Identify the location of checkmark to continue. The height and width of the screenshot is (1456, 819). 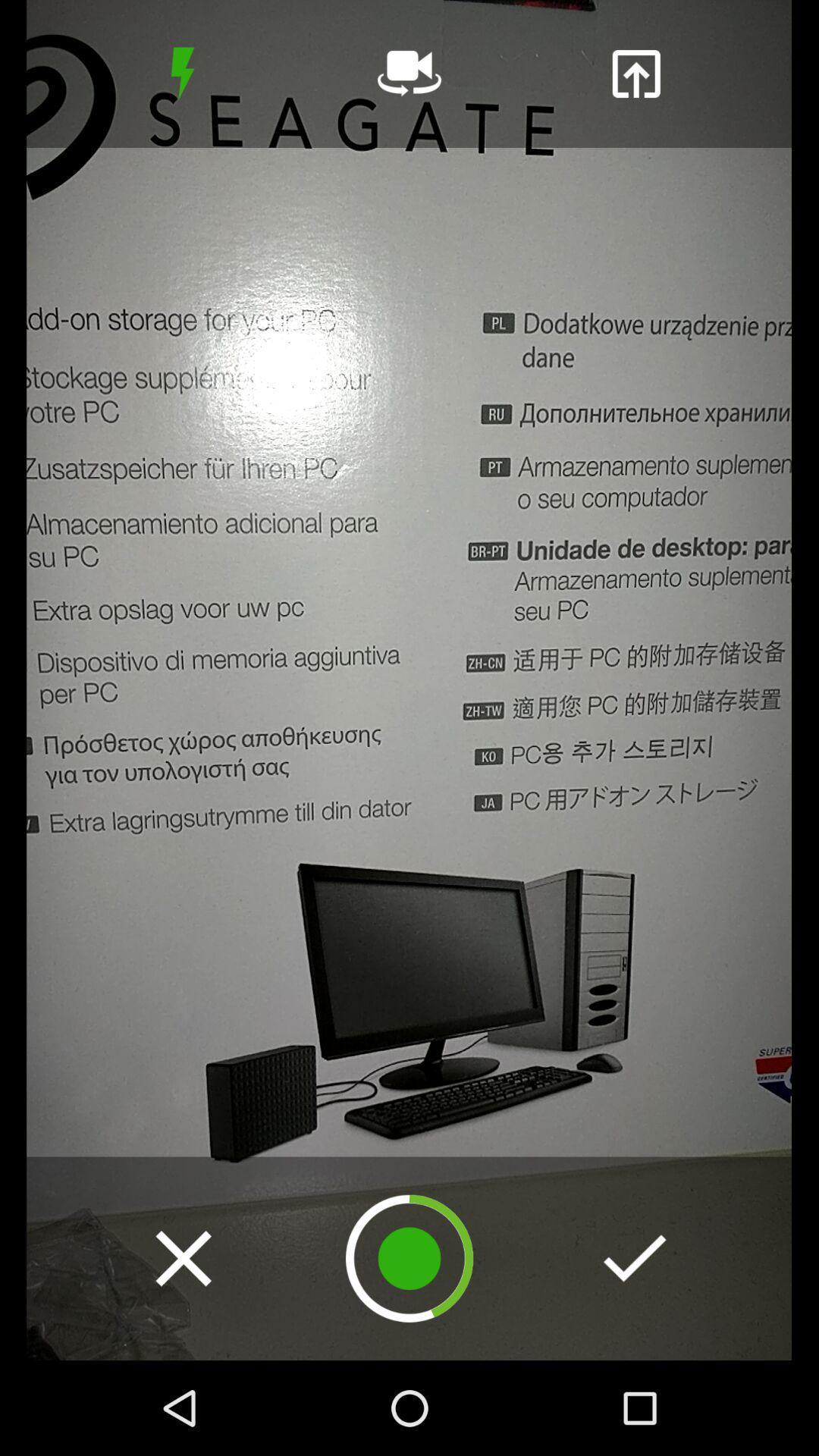
(635, 1258).